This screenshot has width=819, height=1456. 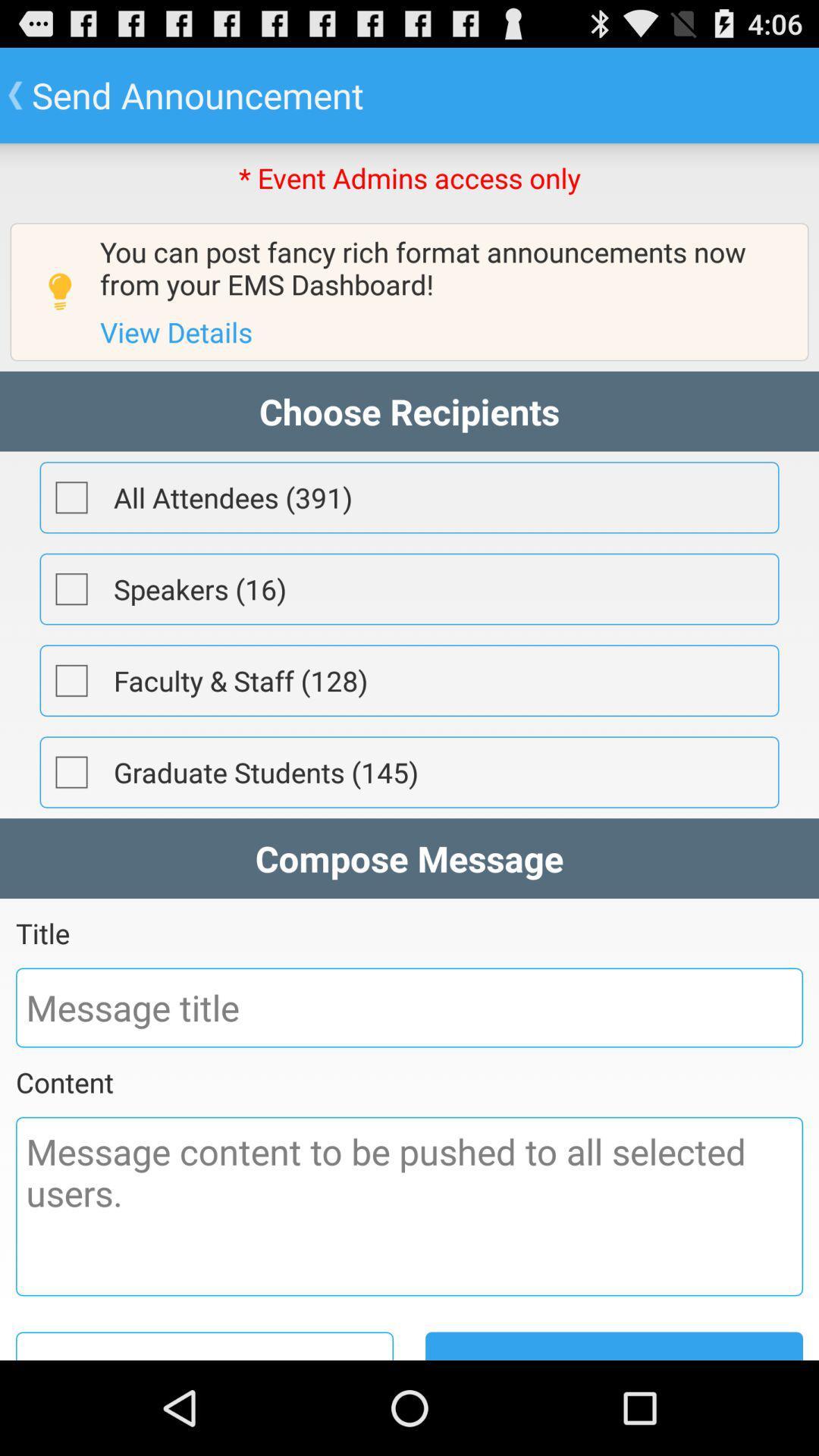 What do you see at coordinates (175, 331) in the screenshot?
I see `app below the you can post app` at bounding box center [175, 331].